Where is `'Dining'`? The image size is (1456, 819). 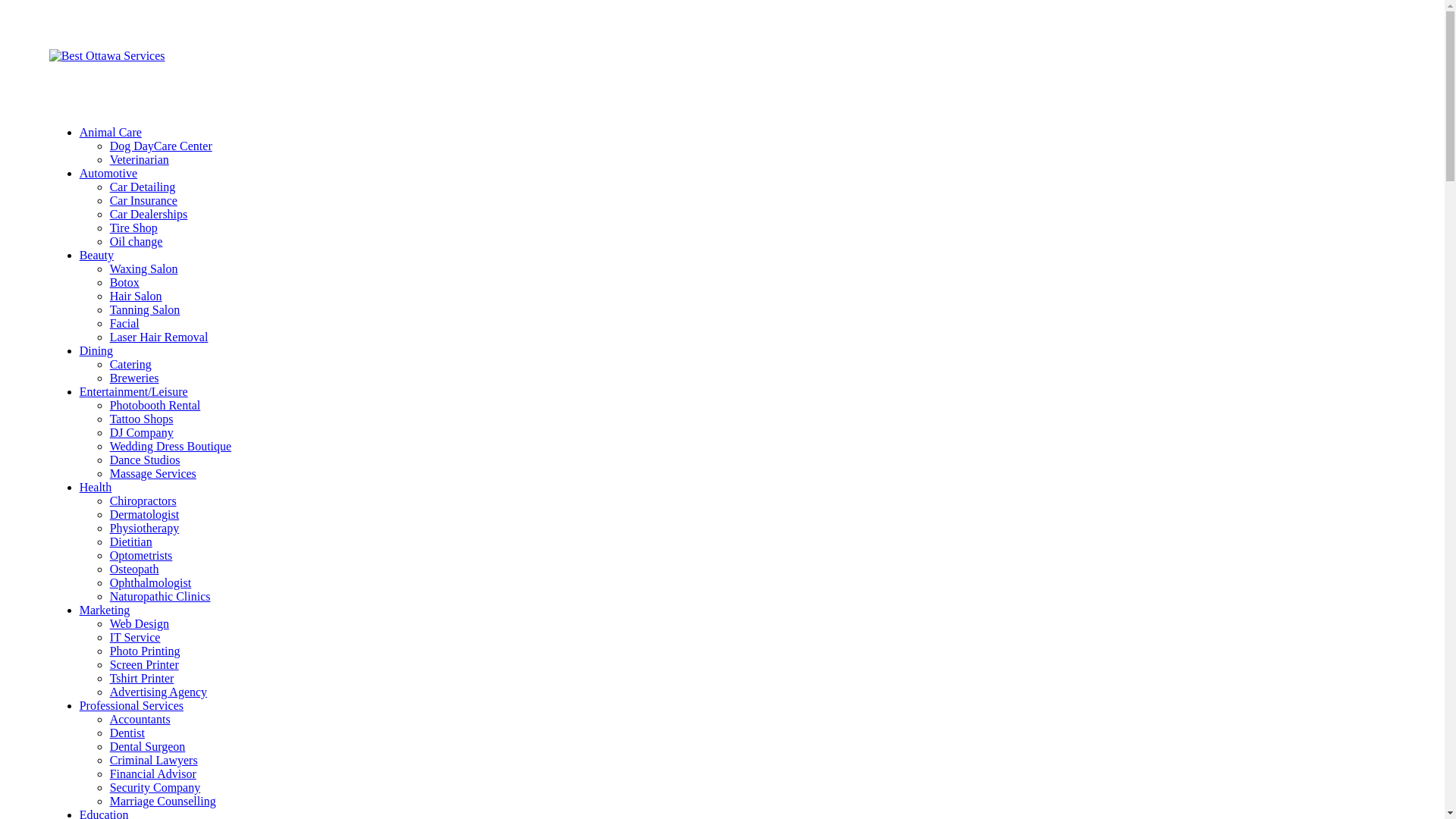
'Dining' is located at coordinates (95, 350).